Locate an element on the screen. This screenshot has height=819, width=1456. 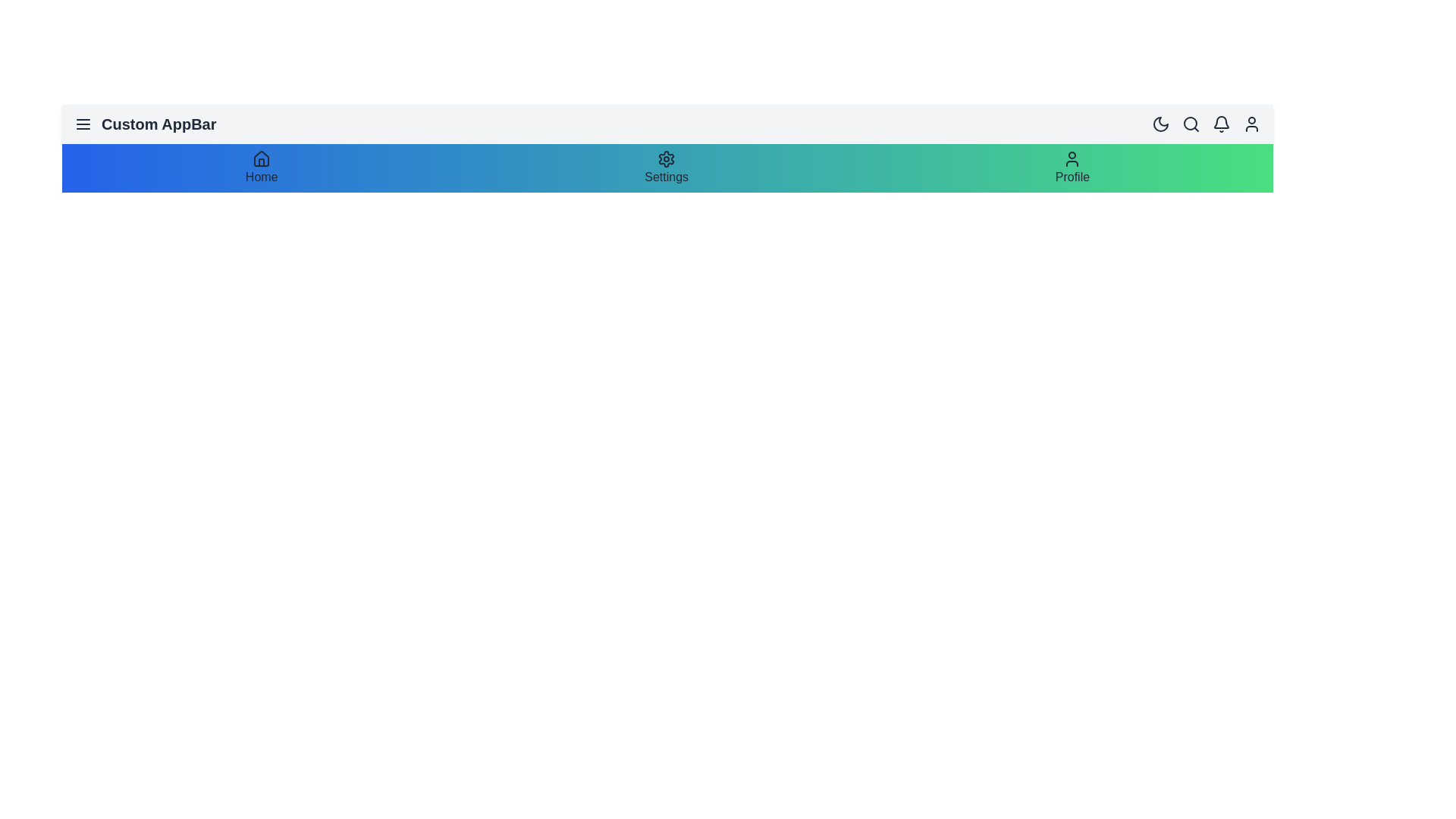
the dark mode toggle button located in the top-right corner of the app bar is located at coordinates (1160, 124).